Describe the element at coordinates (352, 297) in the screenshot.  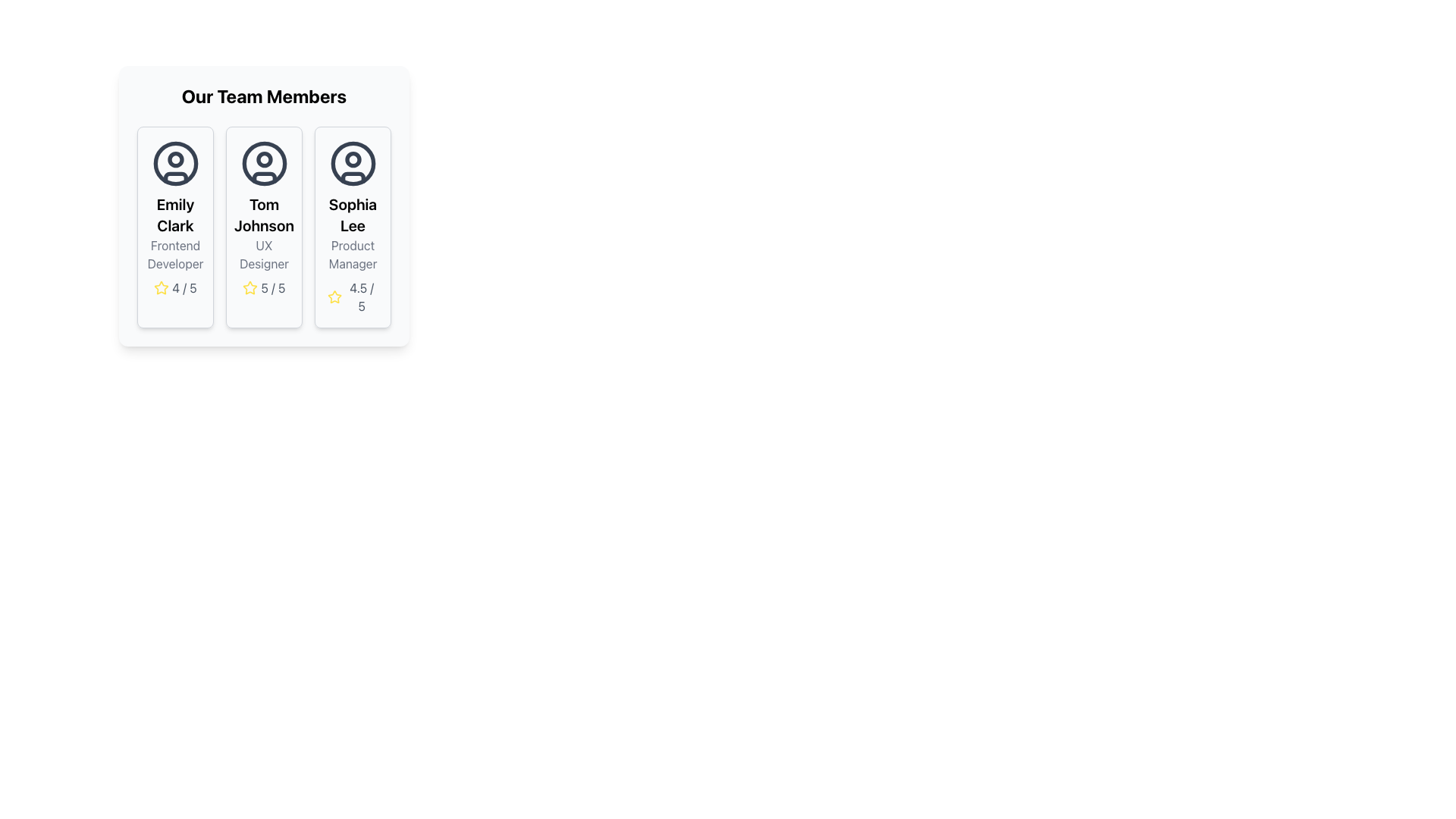
I see `the Rating Display element located at the bottom section of the 'Sophia Lee' profile card, which is the third card in a sequence of three horizontally aligned team member cards under 'Our Team Members'` at that location.